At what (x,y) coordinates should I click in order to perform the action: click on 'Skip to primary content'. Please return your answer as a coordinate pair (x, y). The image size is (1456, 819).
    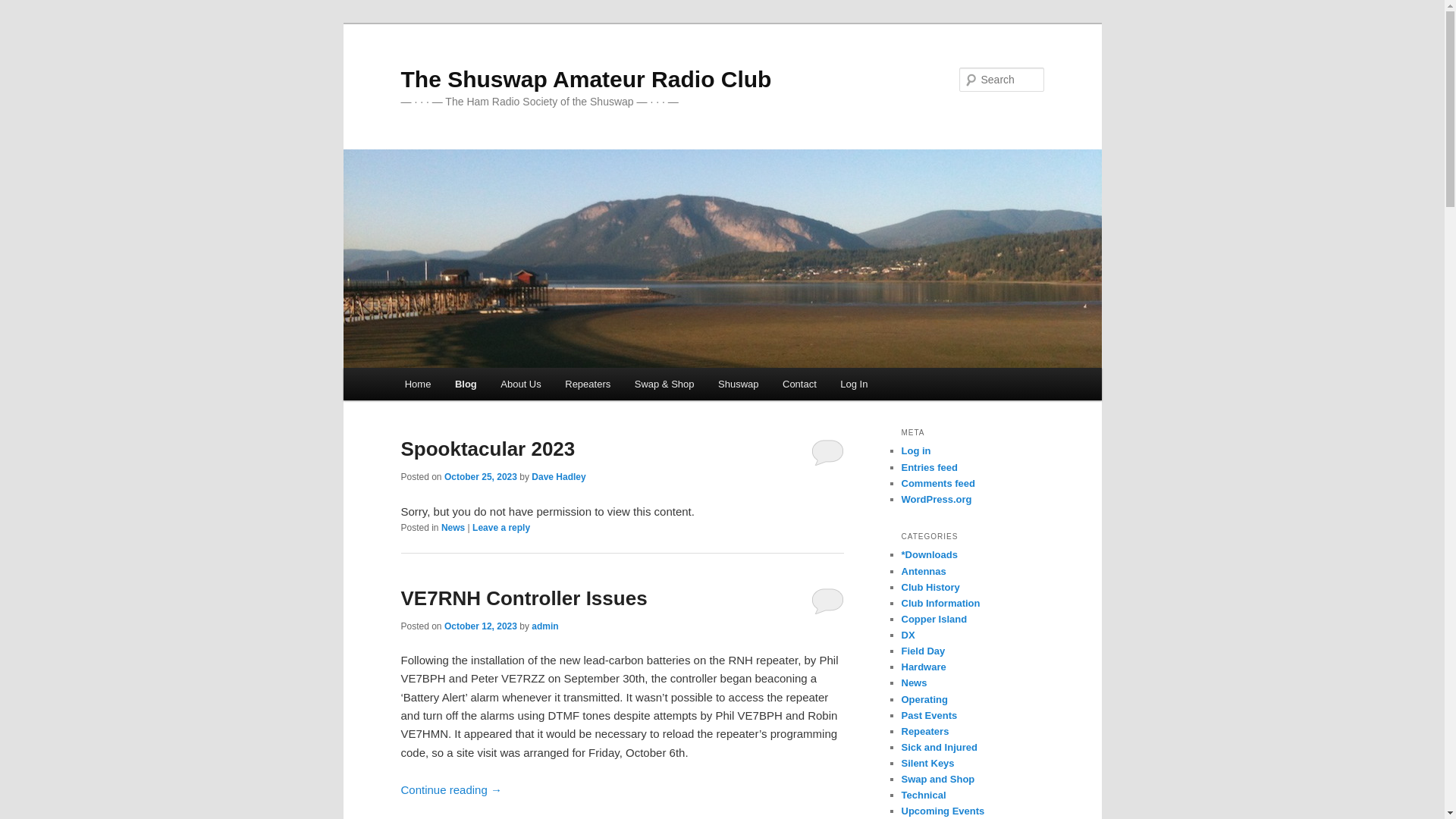
    Looking at the image, I should click on (414, 368).